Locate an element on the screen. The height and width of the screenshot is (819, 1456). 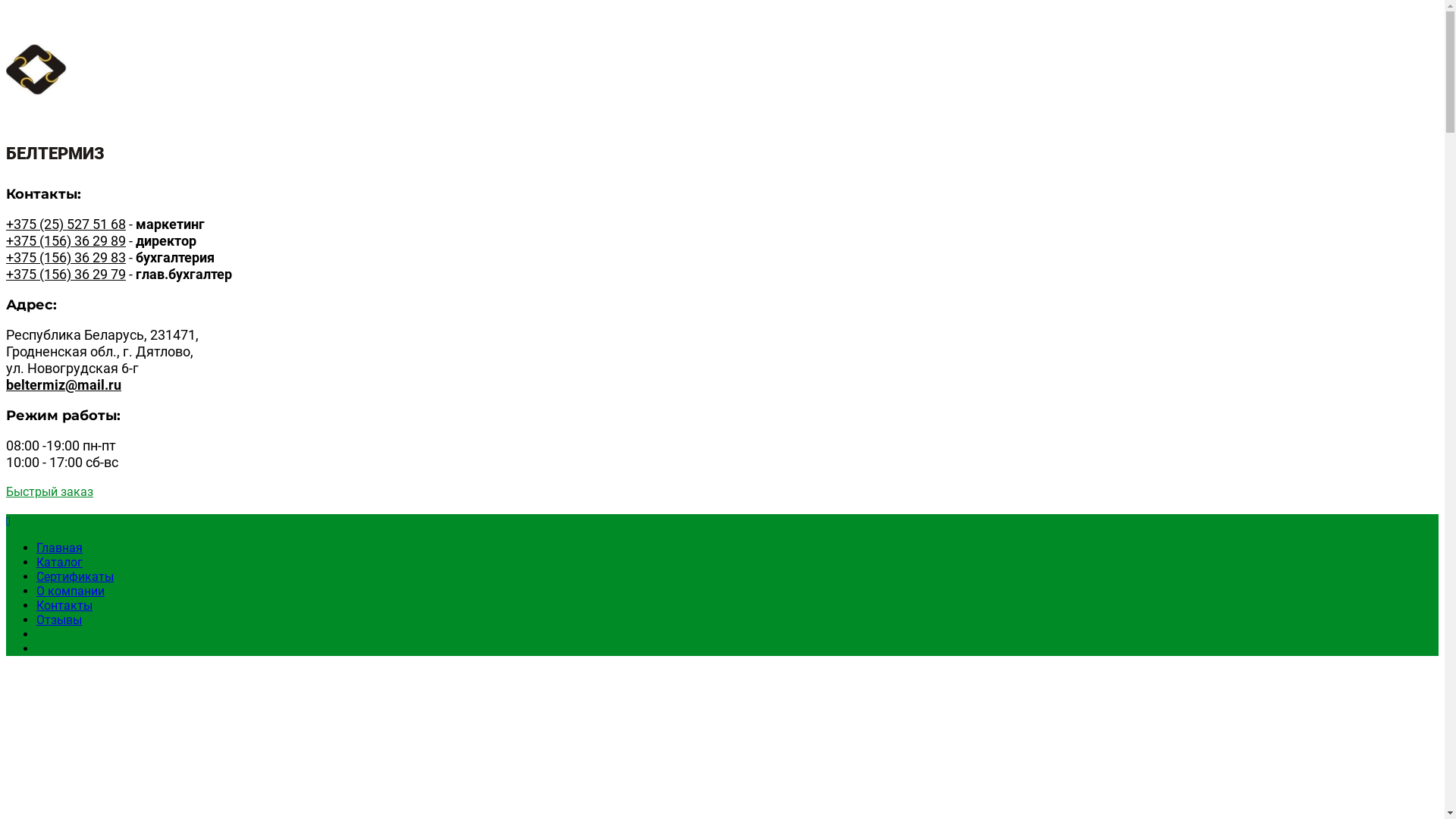
'+375 (156) 36 29 79' is located at coordinates (64, 274).